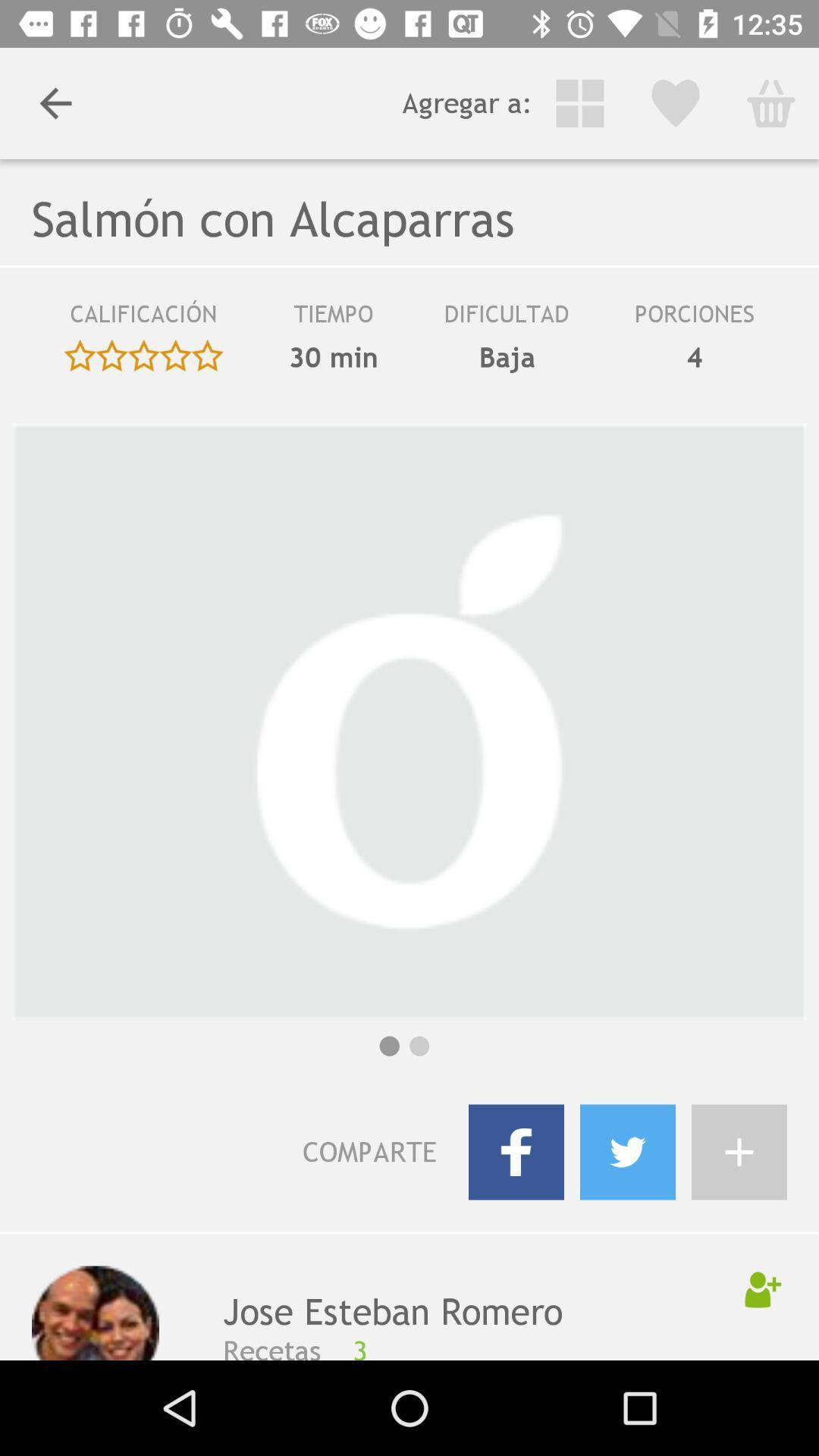  Describe the element at coordinates (333, 318) in the screenshot. I see `icon next to dificultad` at that location.